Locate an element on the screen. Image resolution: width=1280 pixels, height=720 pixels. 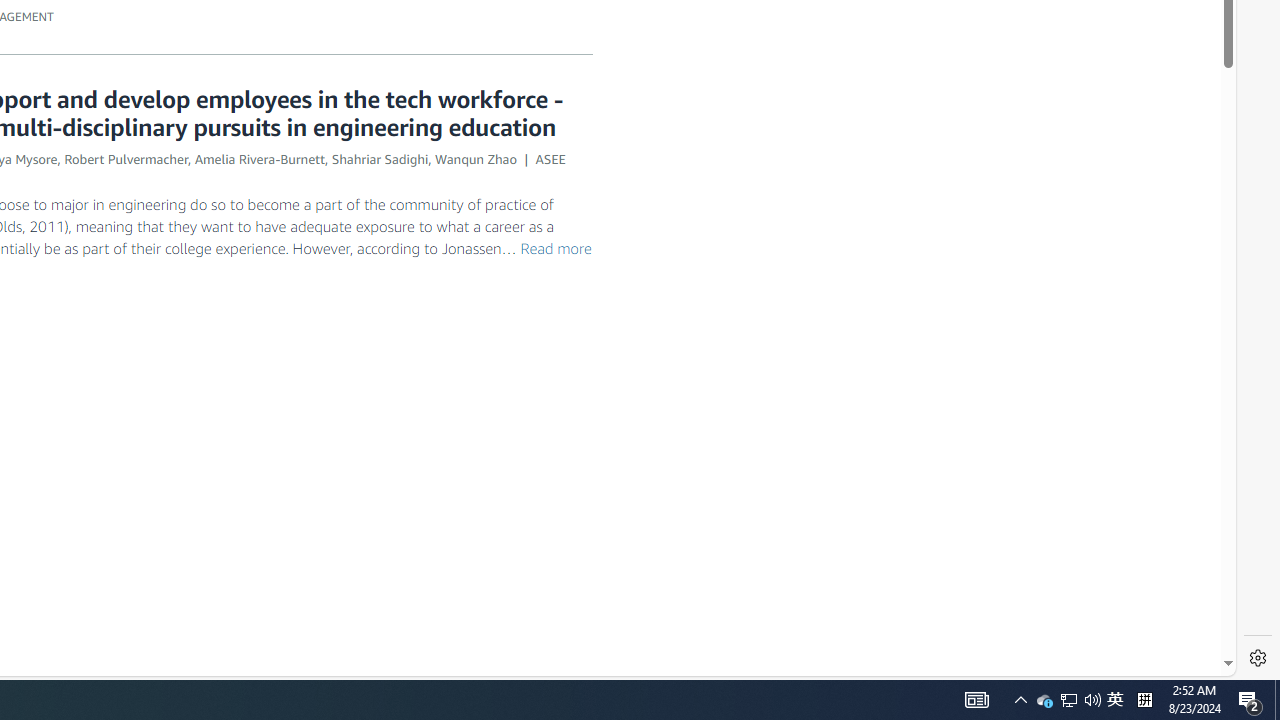
'Robert Pulvermacher' is located at coordinates (125, 157).